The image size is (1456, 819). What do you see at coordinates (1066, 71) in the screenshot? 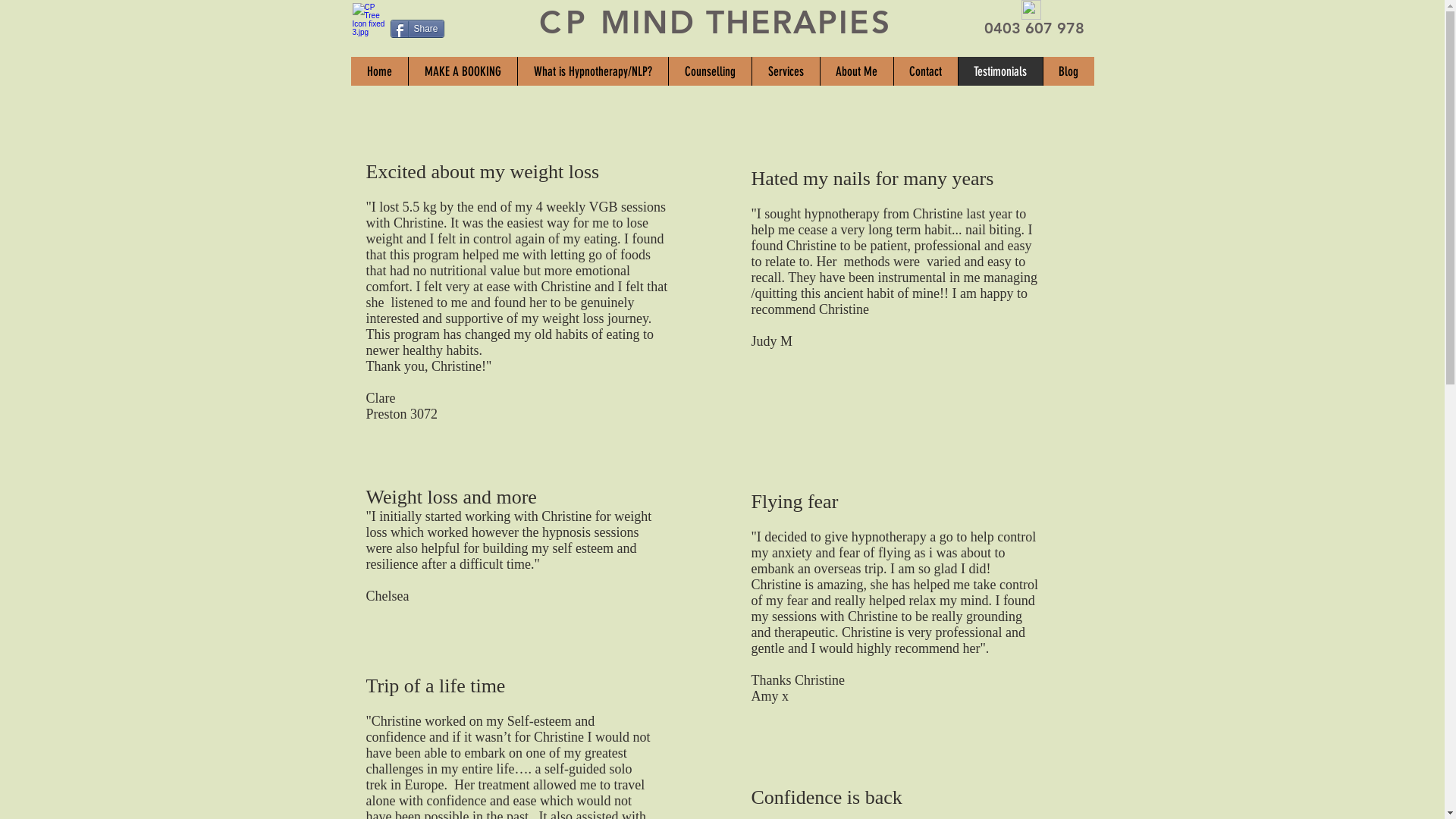
I see `'Blog'` at bounding box center [1066, 71].